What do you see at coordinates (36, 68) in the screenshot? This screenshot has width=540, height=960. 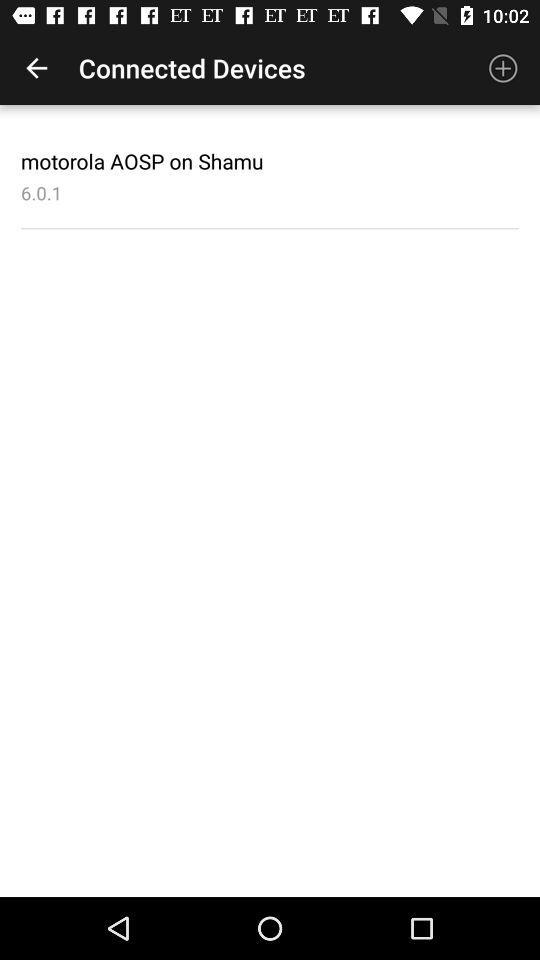 I see `the icon above the motorola aosp on icon` at bounding box center [36, 68].